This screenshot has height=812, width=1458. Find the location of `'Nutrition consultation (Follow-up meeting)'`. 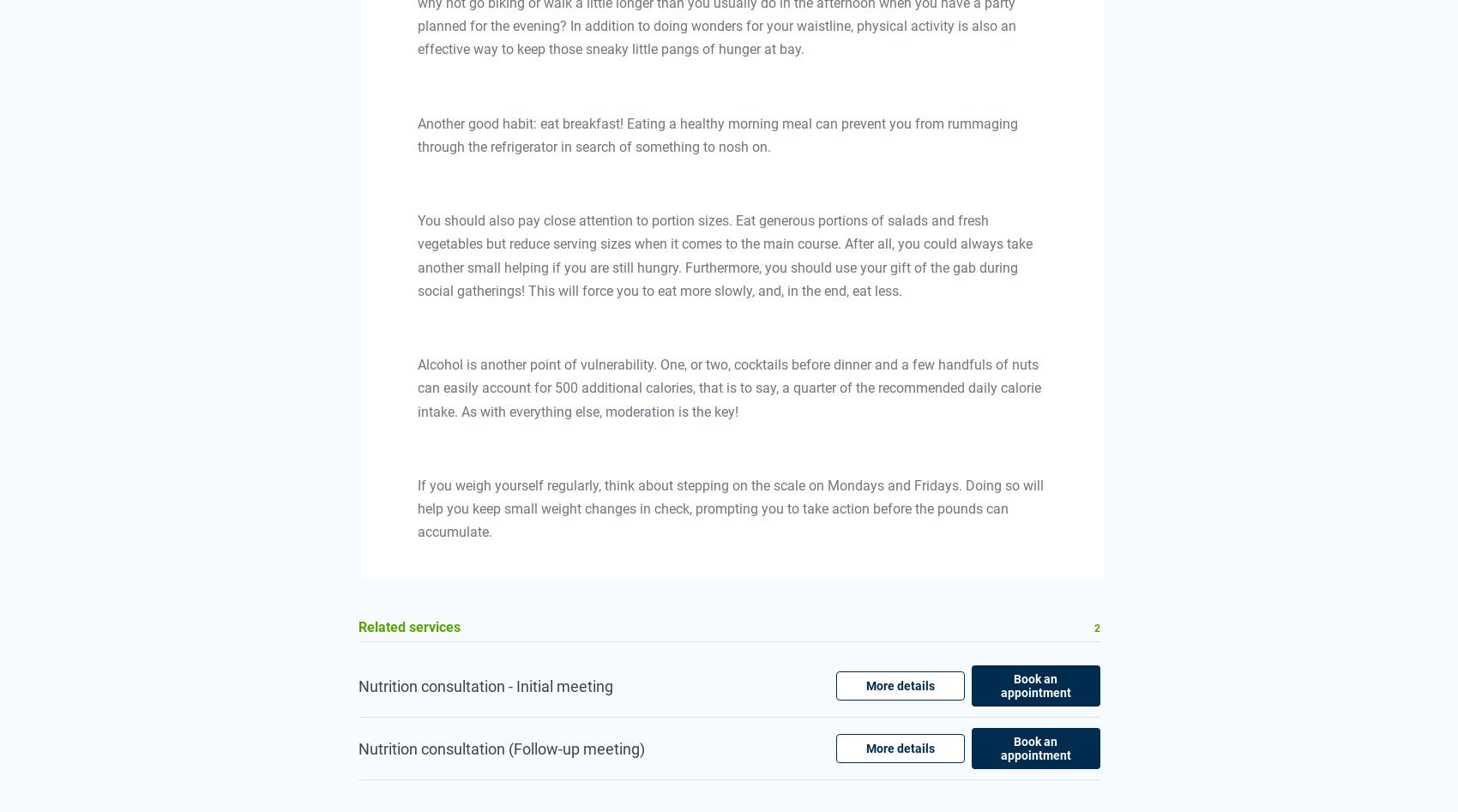

'Nutrition consultation (Follow-up meeting)' is located at coordinates (357, 747).